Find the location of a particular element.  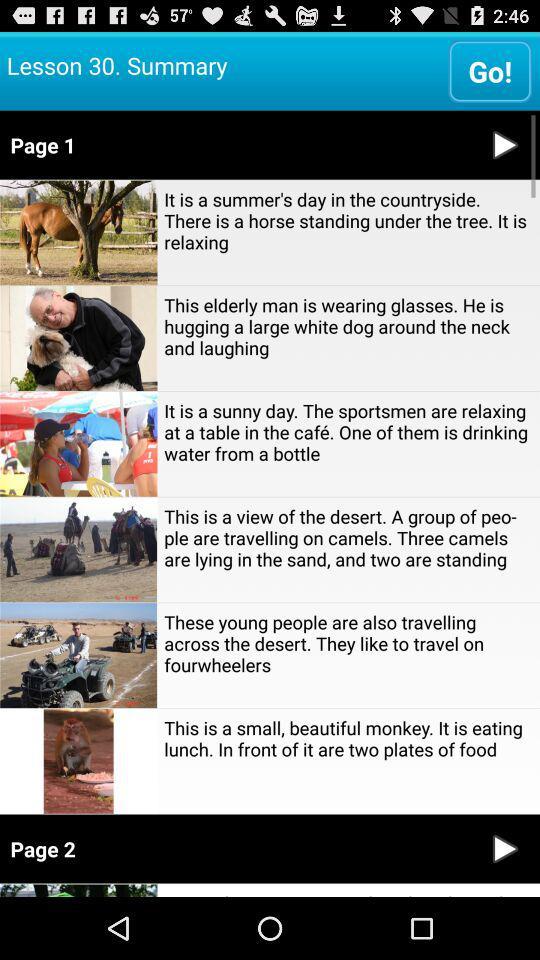

these young people item is located at coordinates (347, 642).